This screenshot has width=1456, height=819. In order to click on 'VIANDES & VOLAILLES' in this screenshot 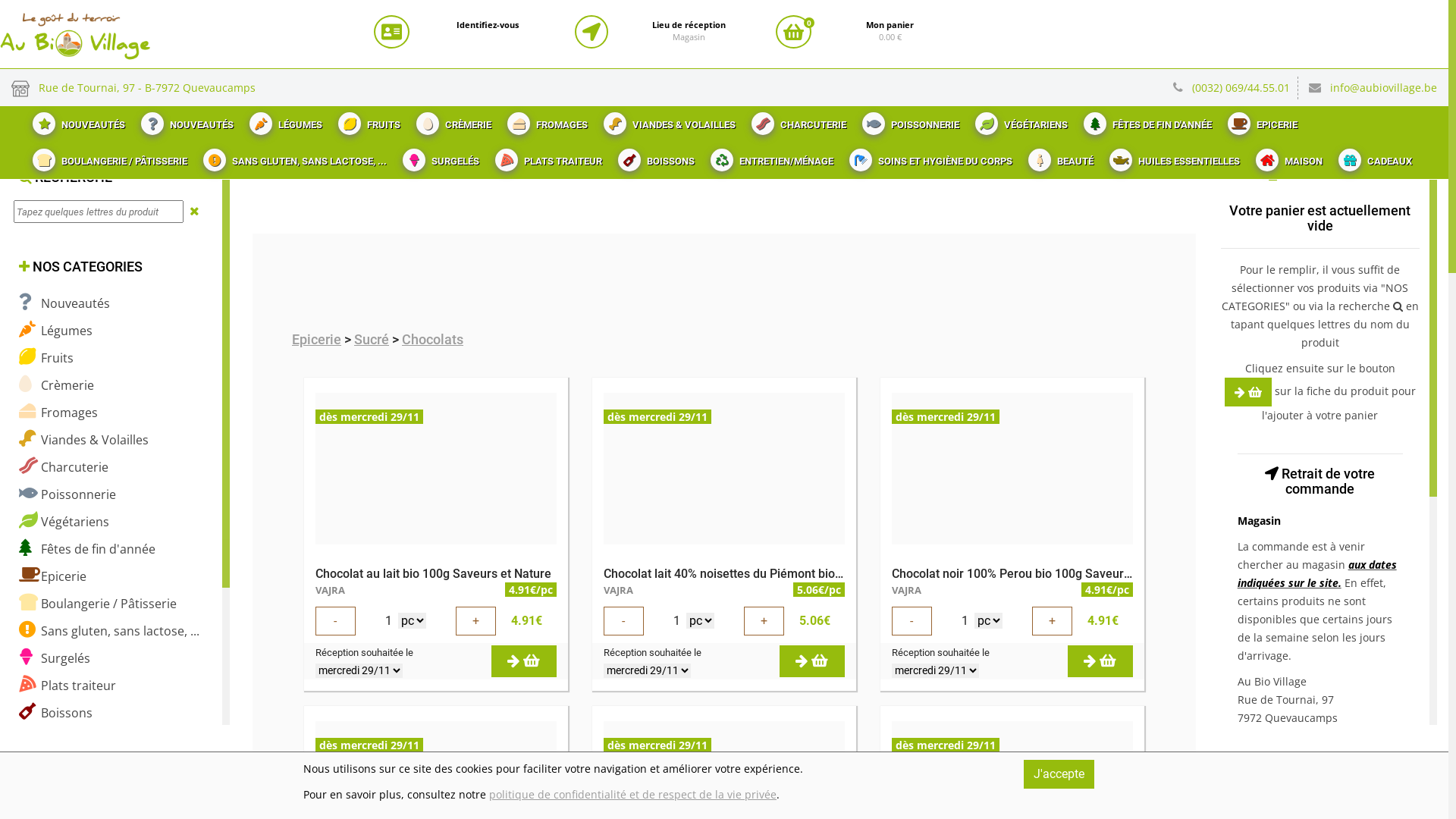, I will do `click(667, 119)`.